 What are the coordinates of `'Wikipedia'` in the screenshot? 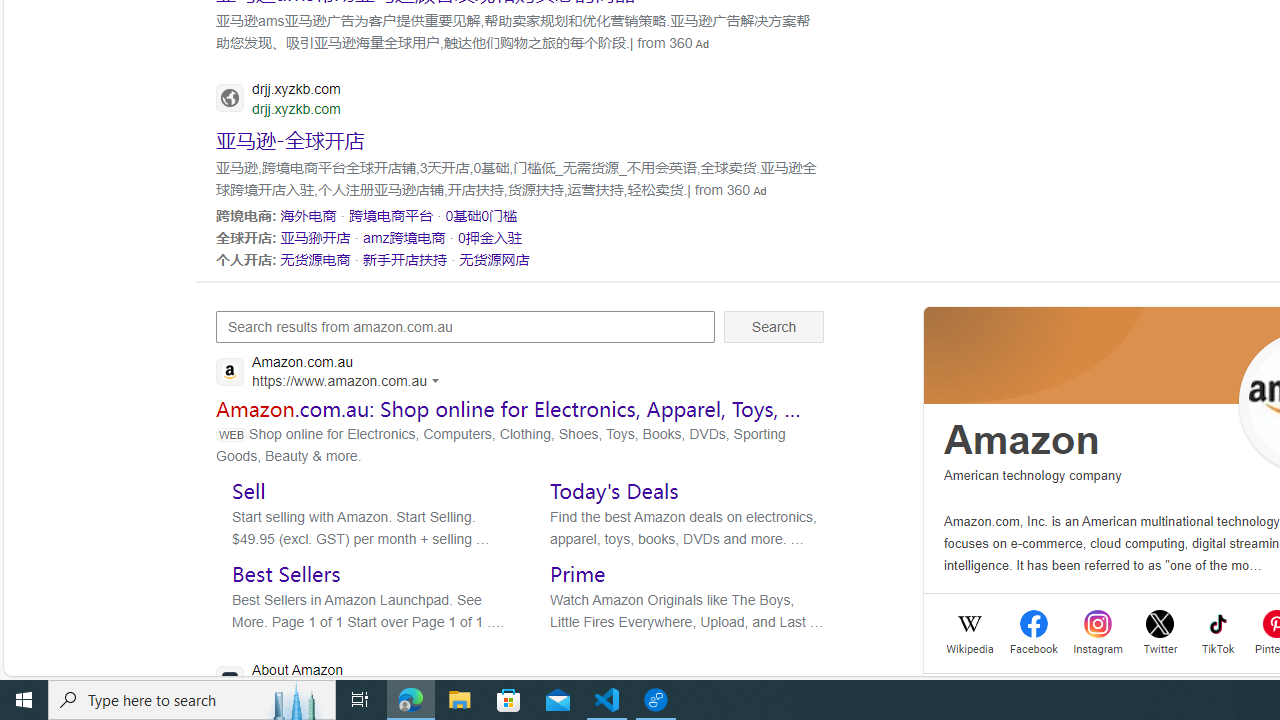 It's located at (970, 647).